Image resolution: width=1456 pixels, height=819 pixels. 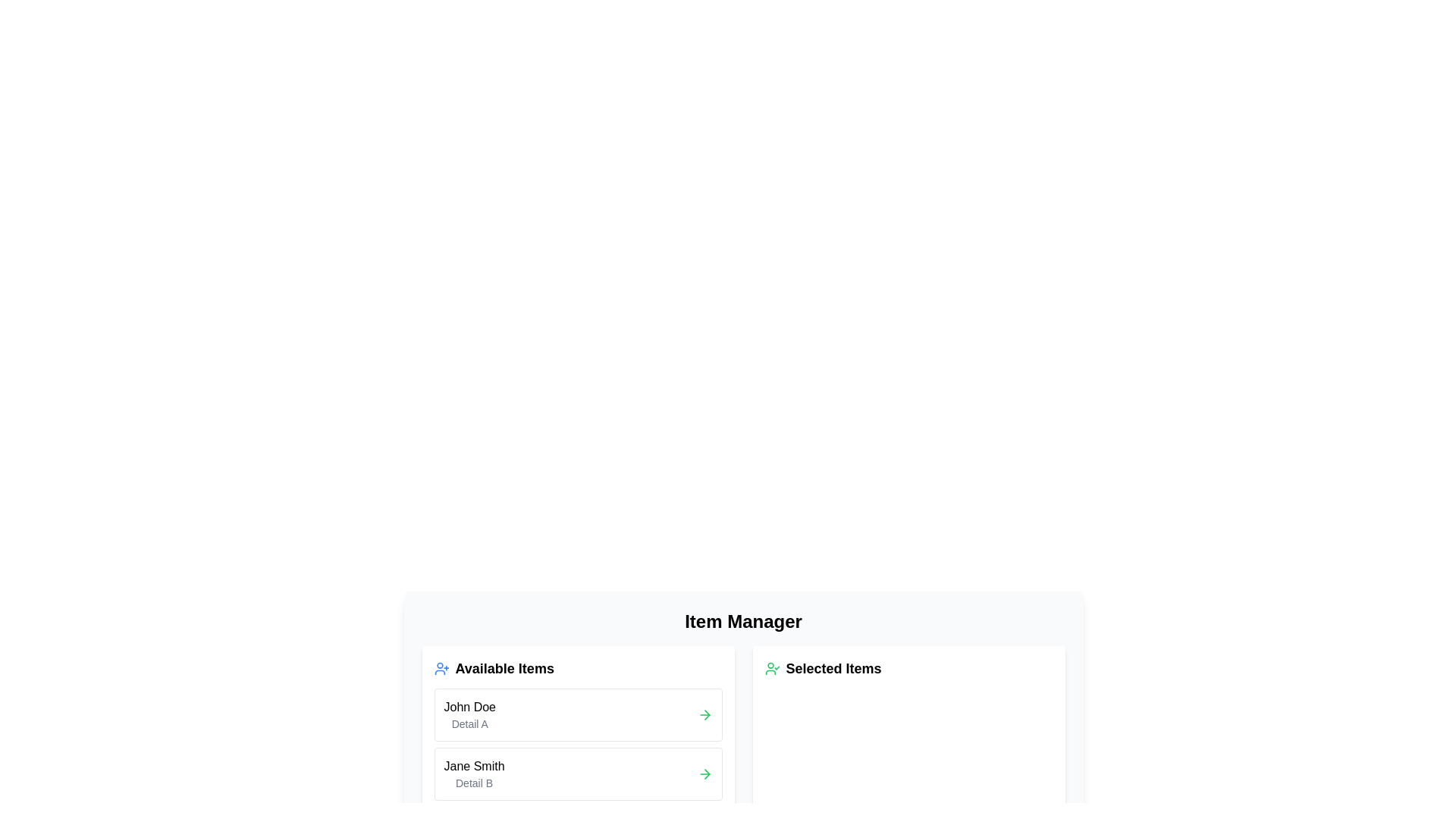 What do you see at coordinates (469, 723) in the screenshot?
I see `the Text label located below 'John Doe' in the 'Available Items' section` at bounding box center [469, 723].